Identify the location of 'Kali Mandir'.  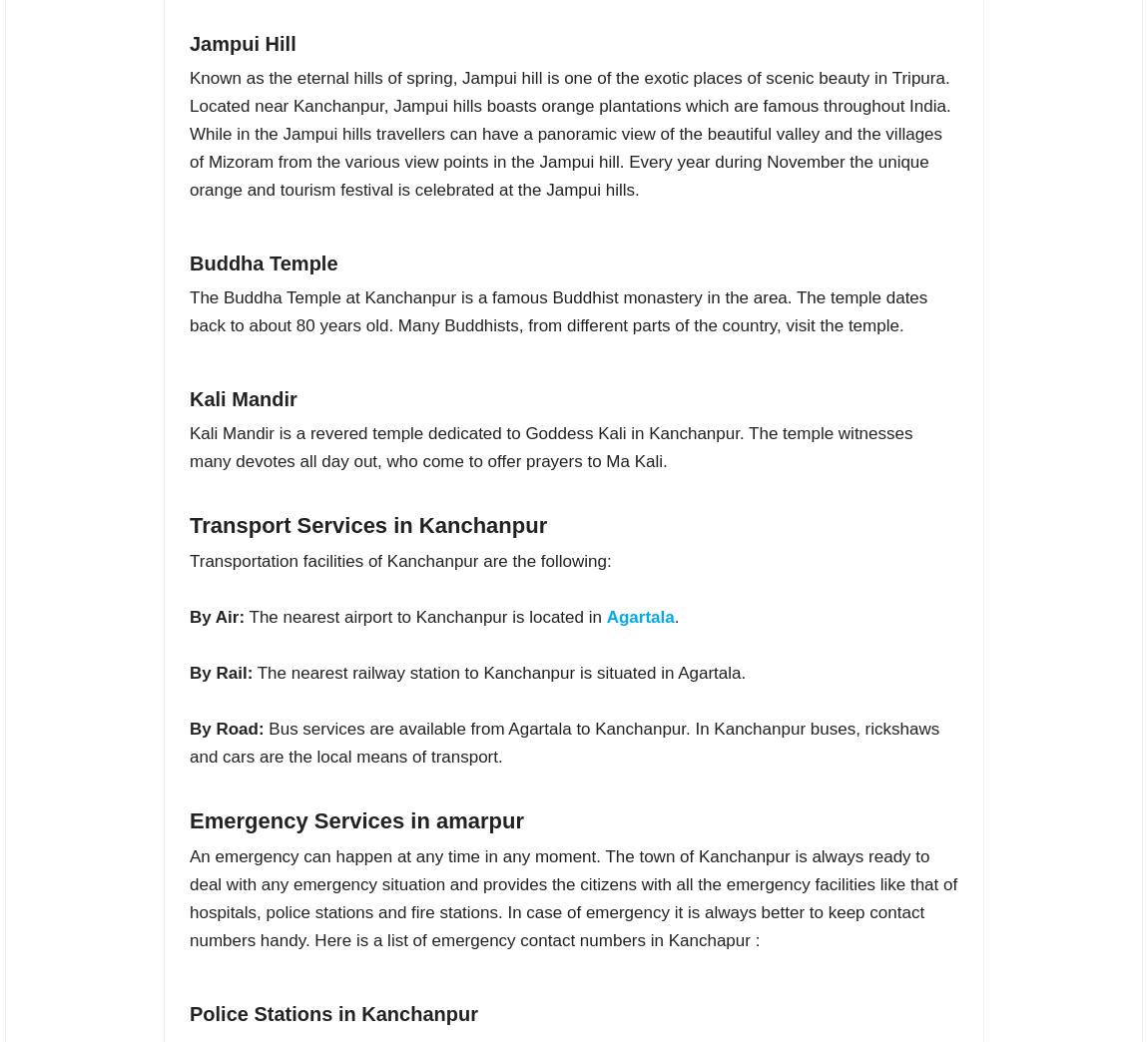
(242, 397).